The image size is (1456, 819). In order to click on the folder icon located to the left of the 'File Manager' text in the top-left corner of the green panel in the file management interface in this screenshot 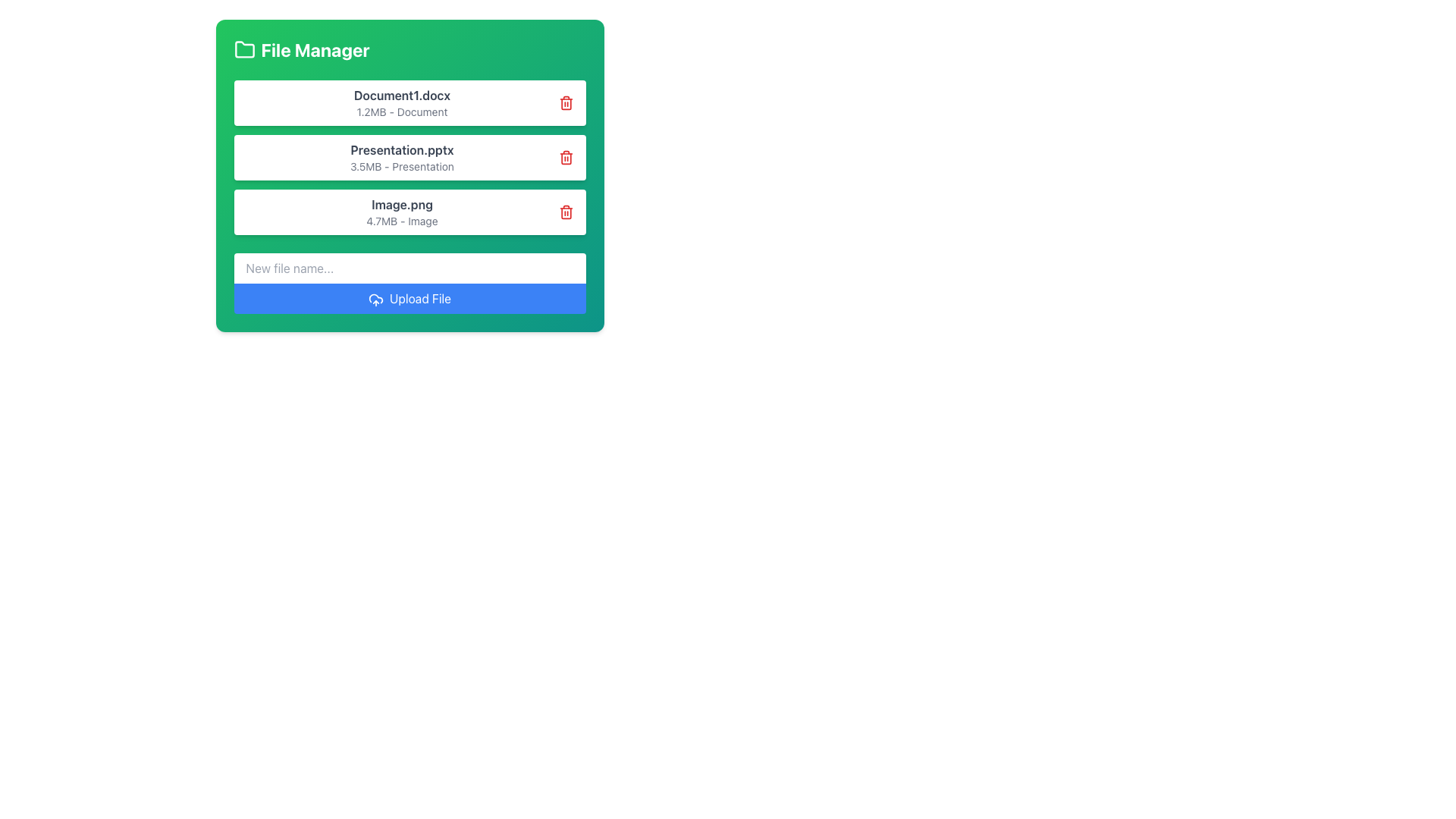, I will do `click(244, 49)`.